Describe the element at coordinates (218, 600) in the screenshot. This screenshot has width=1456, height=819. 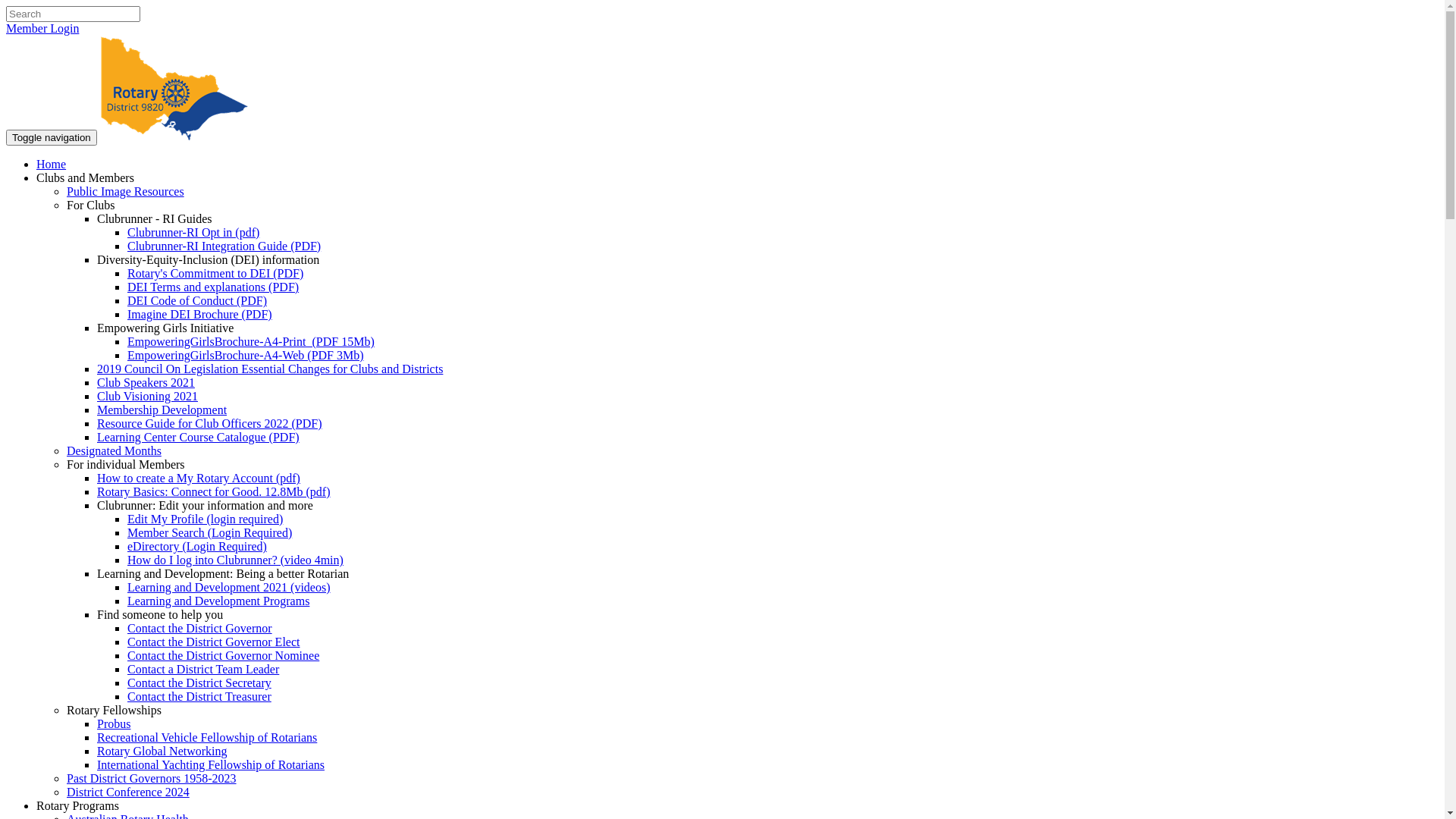
I see `'Learning and Development Programs'` at that location.